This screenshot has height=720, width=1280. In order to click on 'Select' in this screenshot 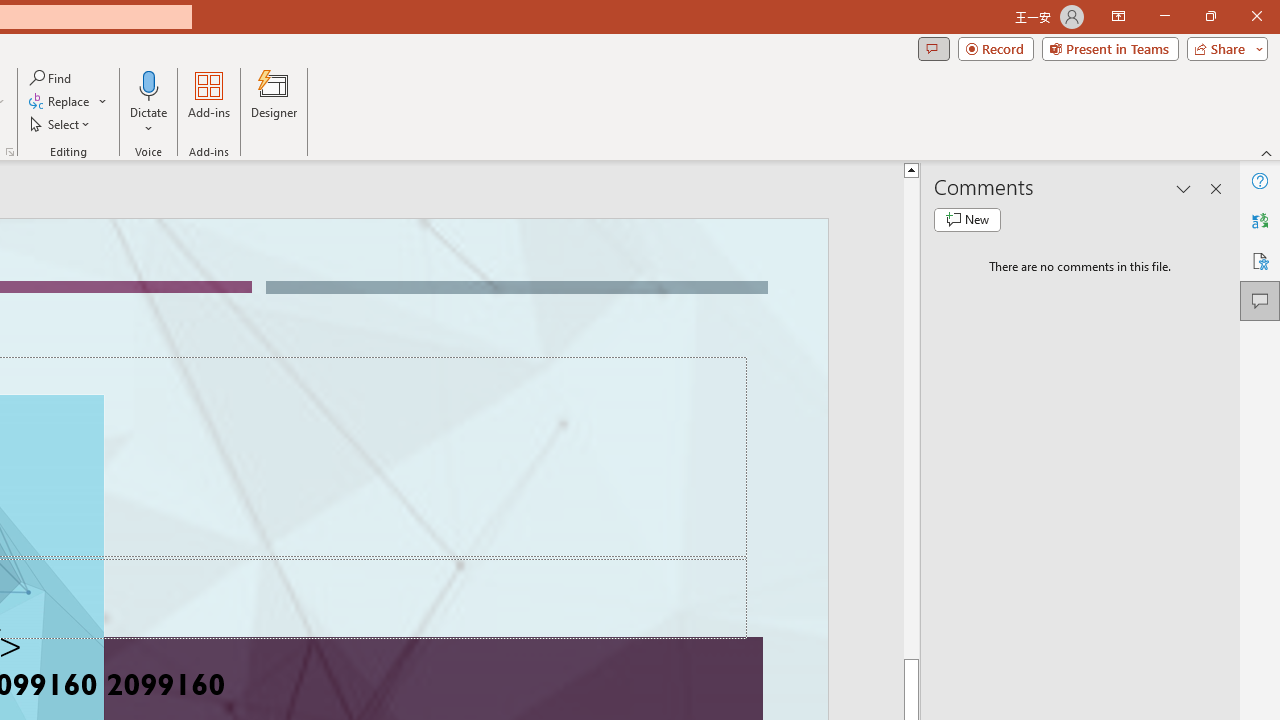, I will do `click(61, 124)`.